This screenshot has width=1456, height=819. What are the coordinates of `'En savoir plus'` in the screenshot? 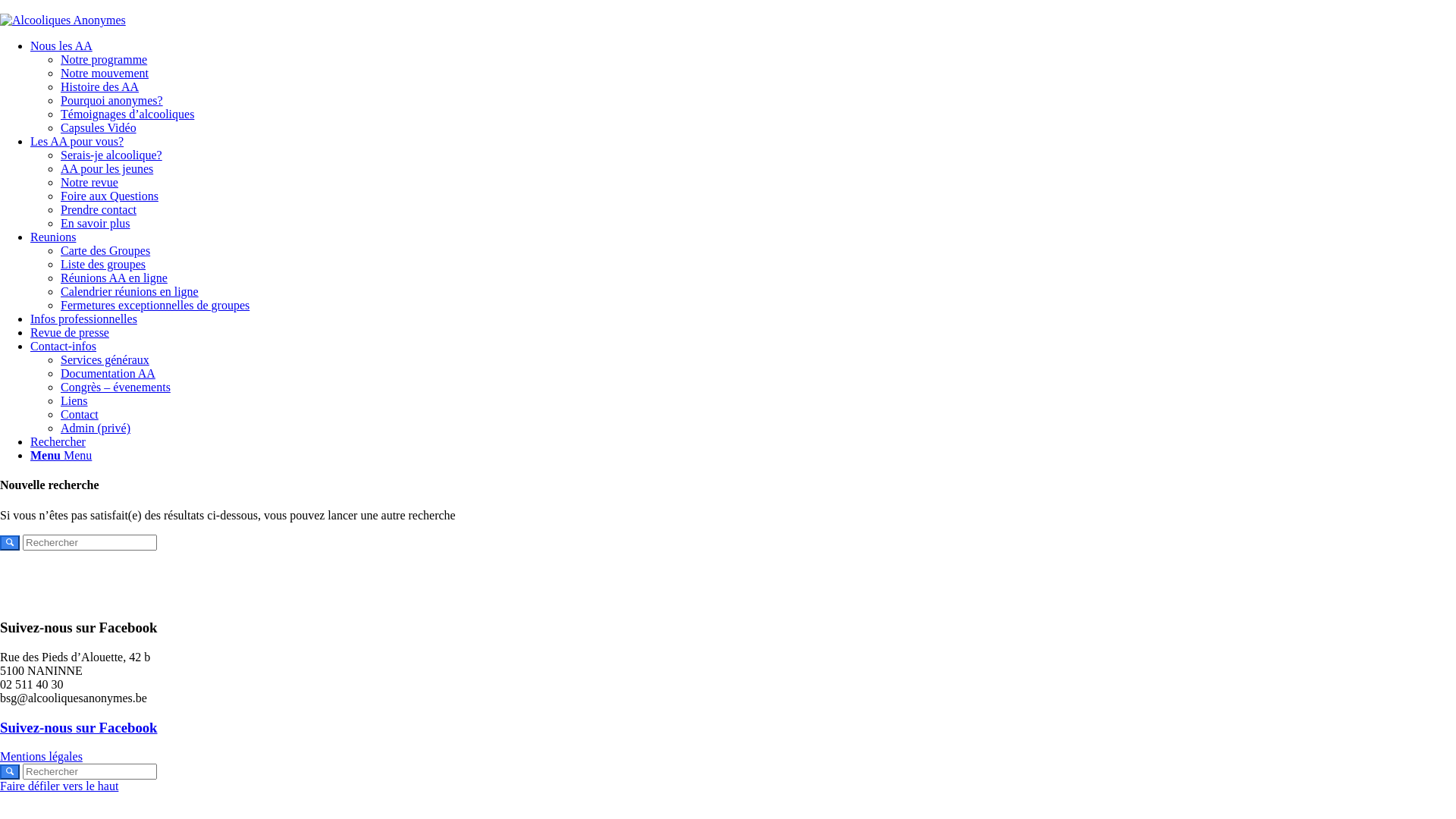 It's located at (94, 223).